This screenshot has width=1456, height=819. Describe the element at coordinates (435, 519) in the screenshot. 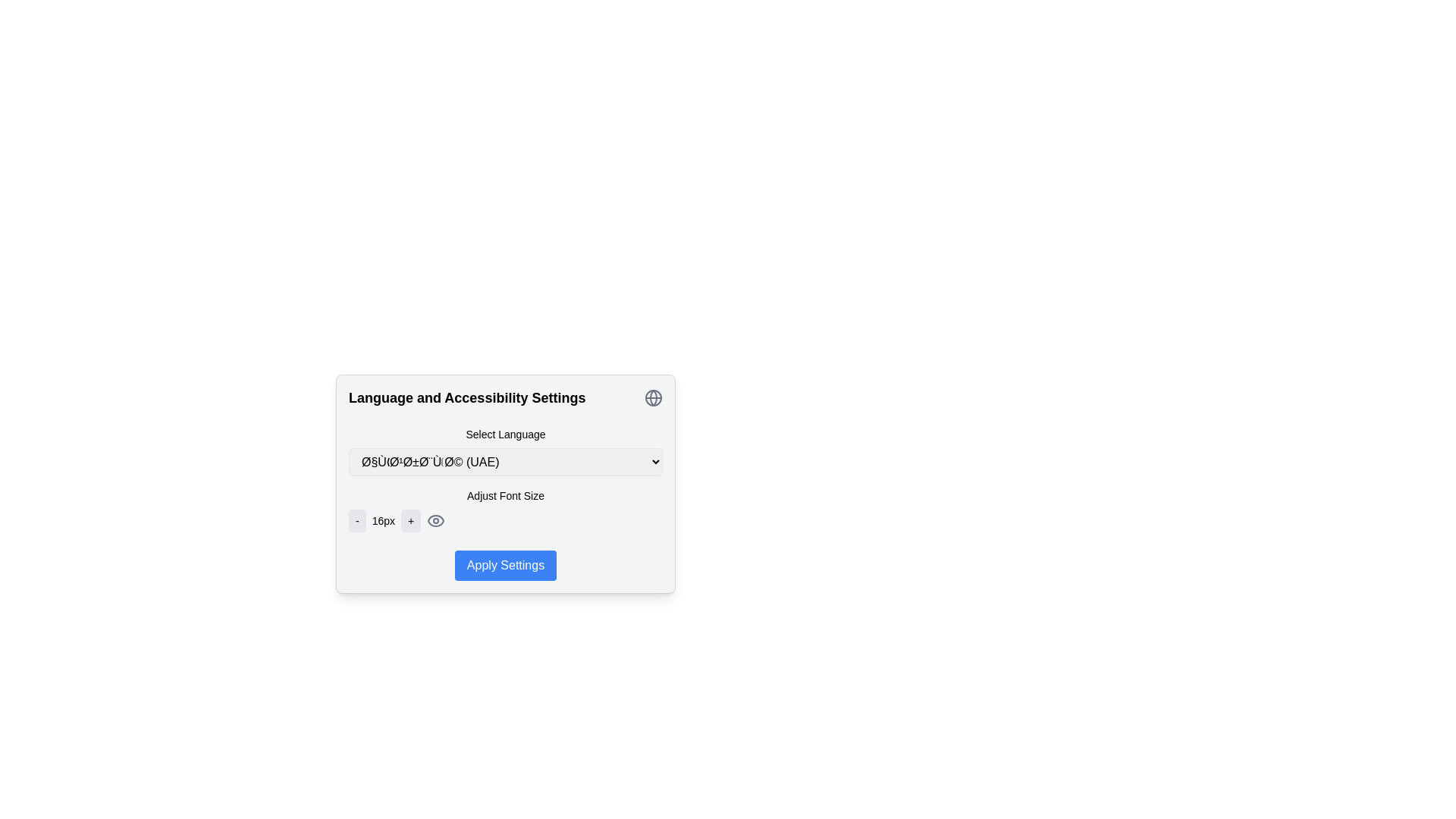

I see `the visibility icon located within the 'Language and Accessibility Settings' dialog, near the 'Adjust Font Size' section` at that location.